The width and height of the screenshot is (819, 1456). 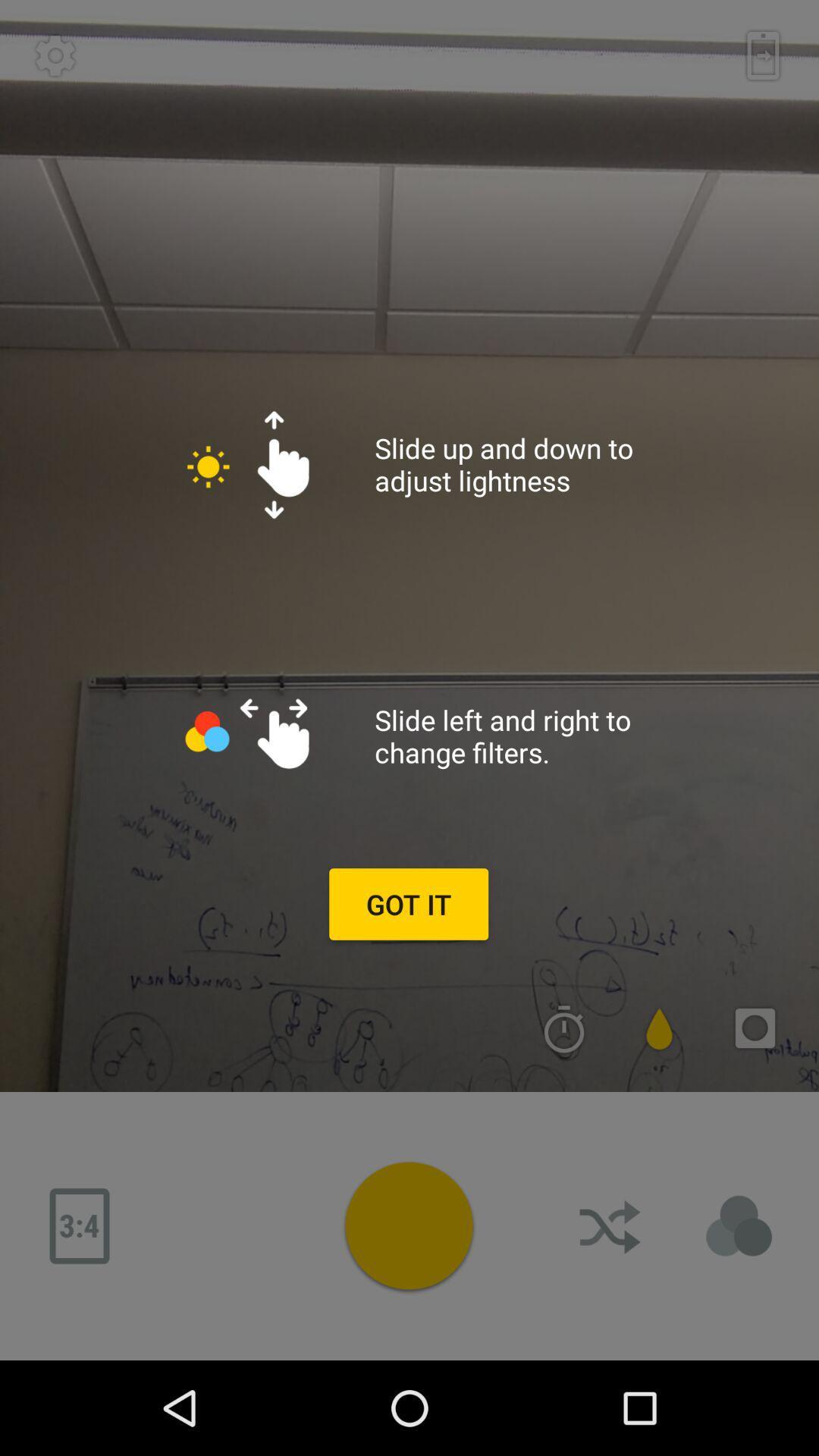 I want to click on capture, so click(x=408, y=1225).